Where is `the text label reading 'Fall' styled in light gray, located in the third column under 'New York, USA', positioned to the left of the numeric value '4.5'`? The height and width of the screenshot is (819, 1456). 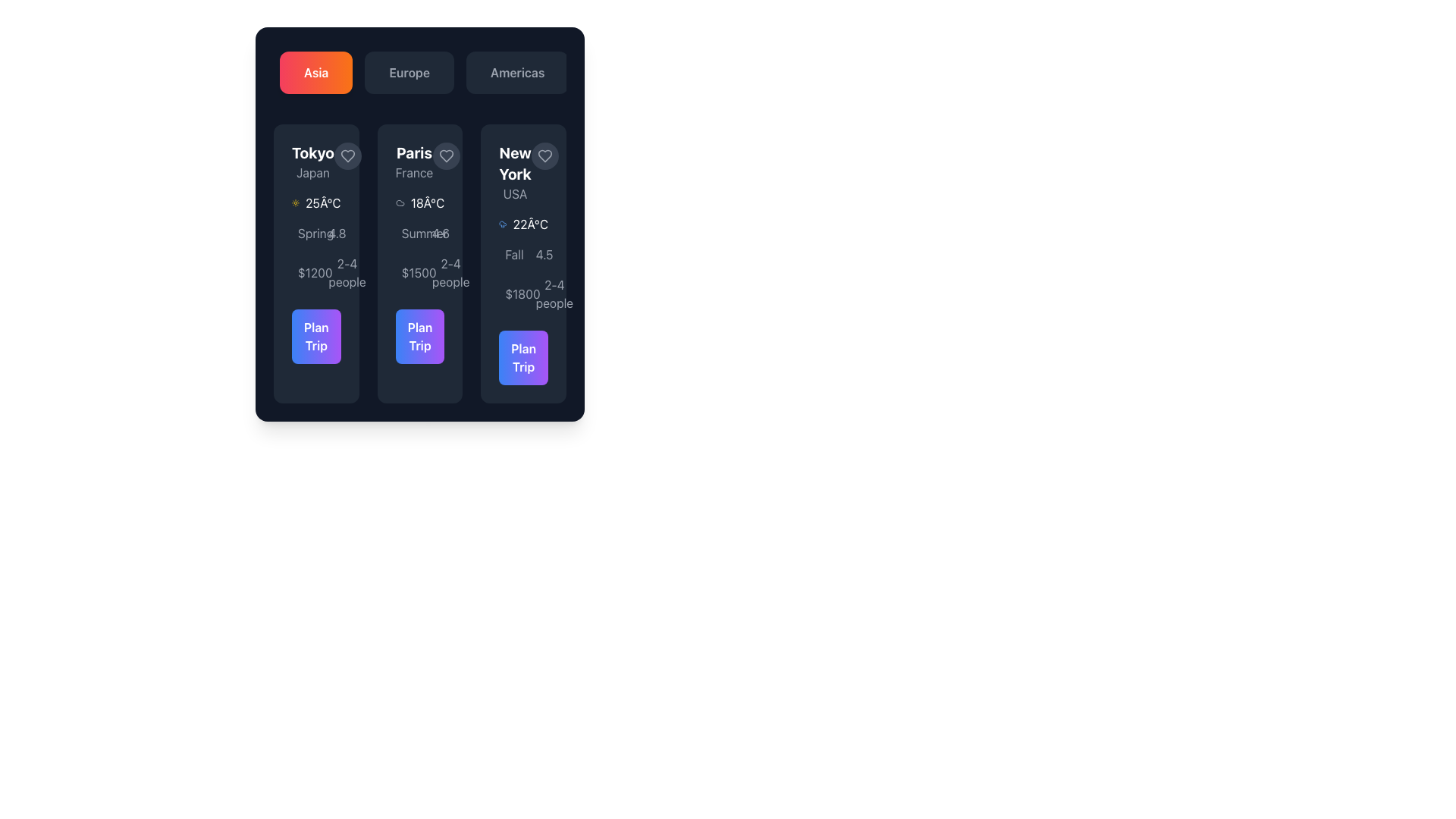
the text label reading 'Fall' styled in light gray, located in the third column under 'New York, USA', positioned to the left of the numeric value '4.5' is located at coordinates (514, 253).